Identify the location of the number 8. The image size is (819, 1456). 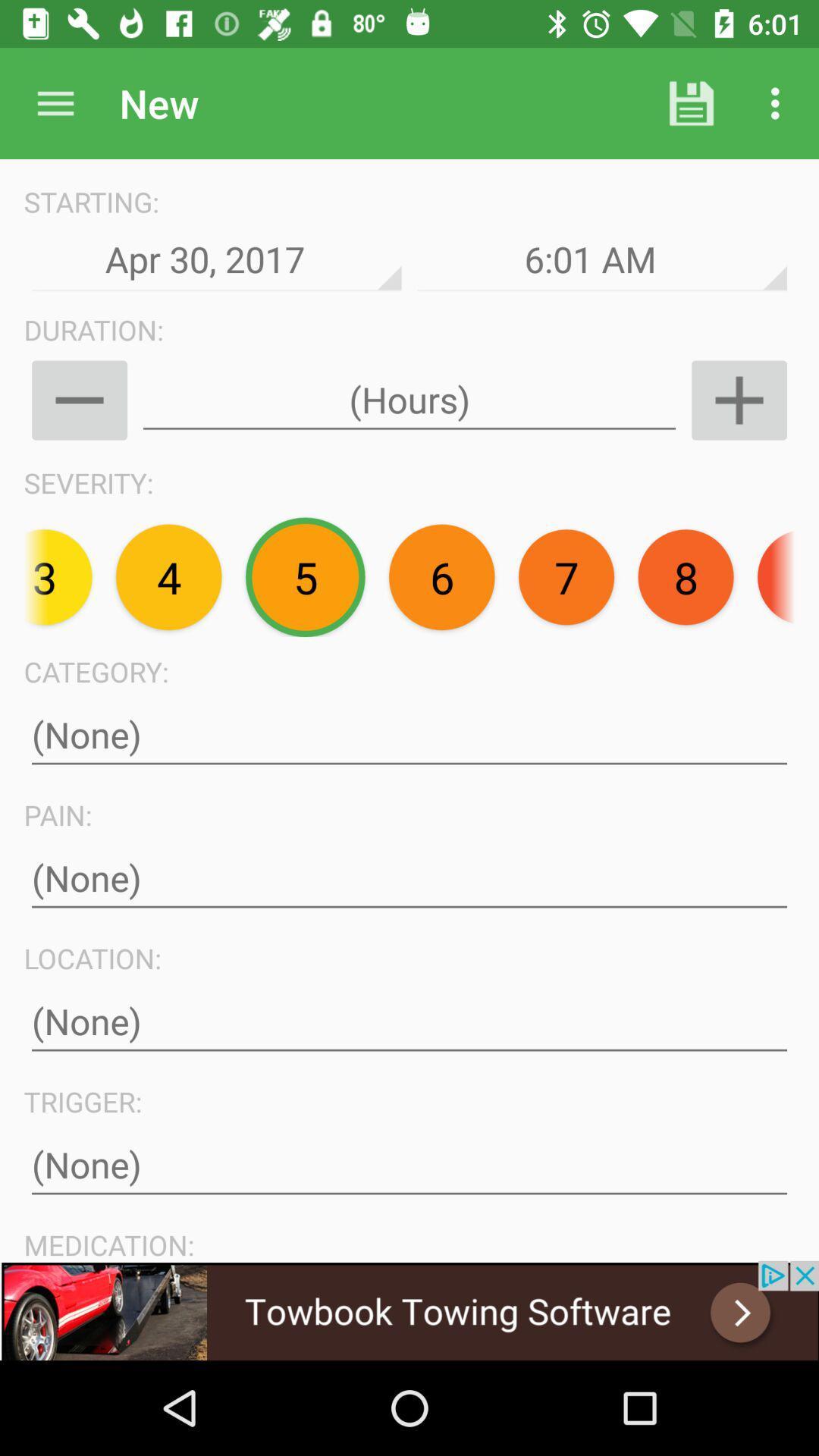
(686, 576).